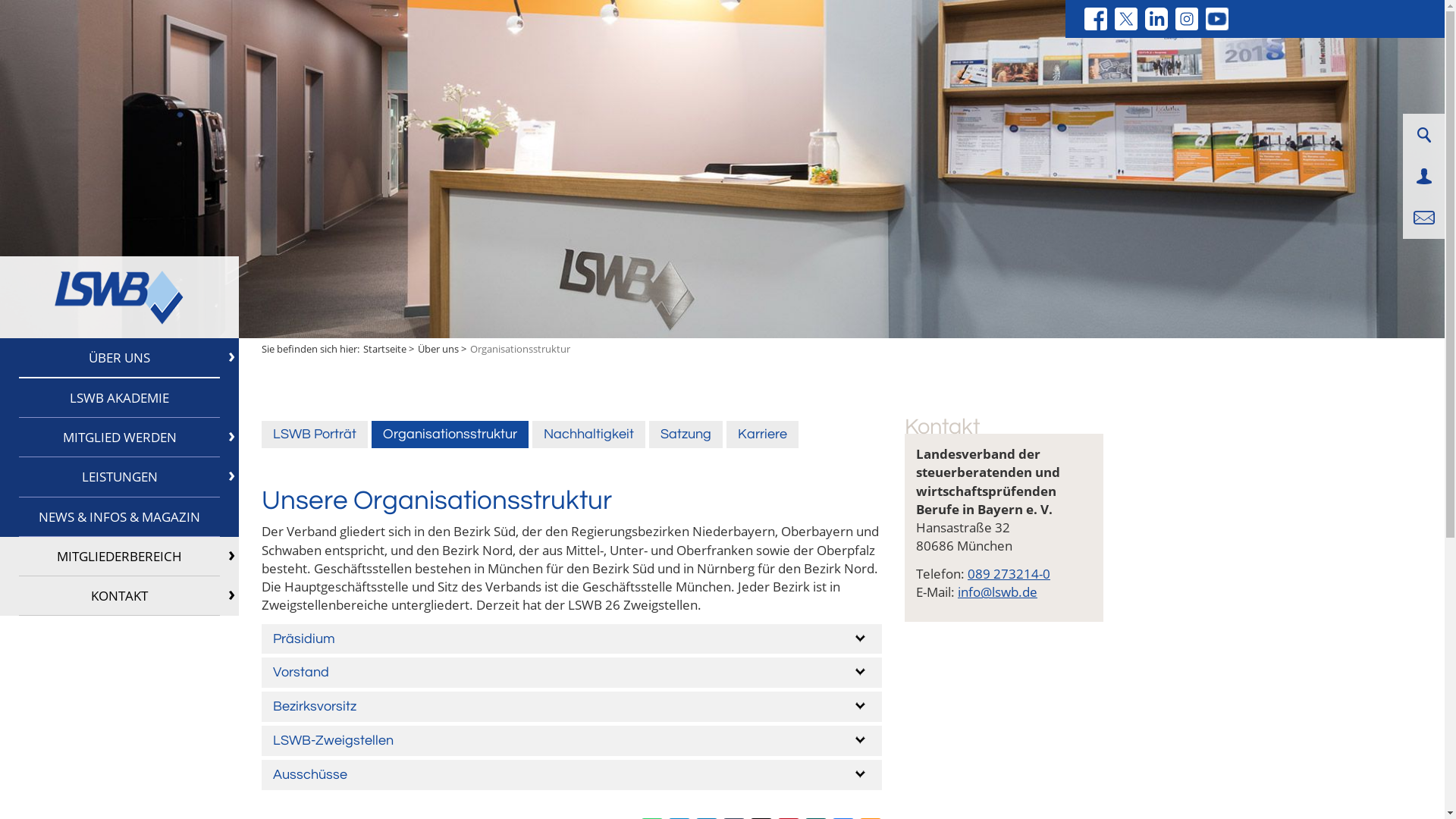  What do you see at coordinates (362, 348) in the screenshot?
I see `'Startseite'` at bounding box center [362, 348].